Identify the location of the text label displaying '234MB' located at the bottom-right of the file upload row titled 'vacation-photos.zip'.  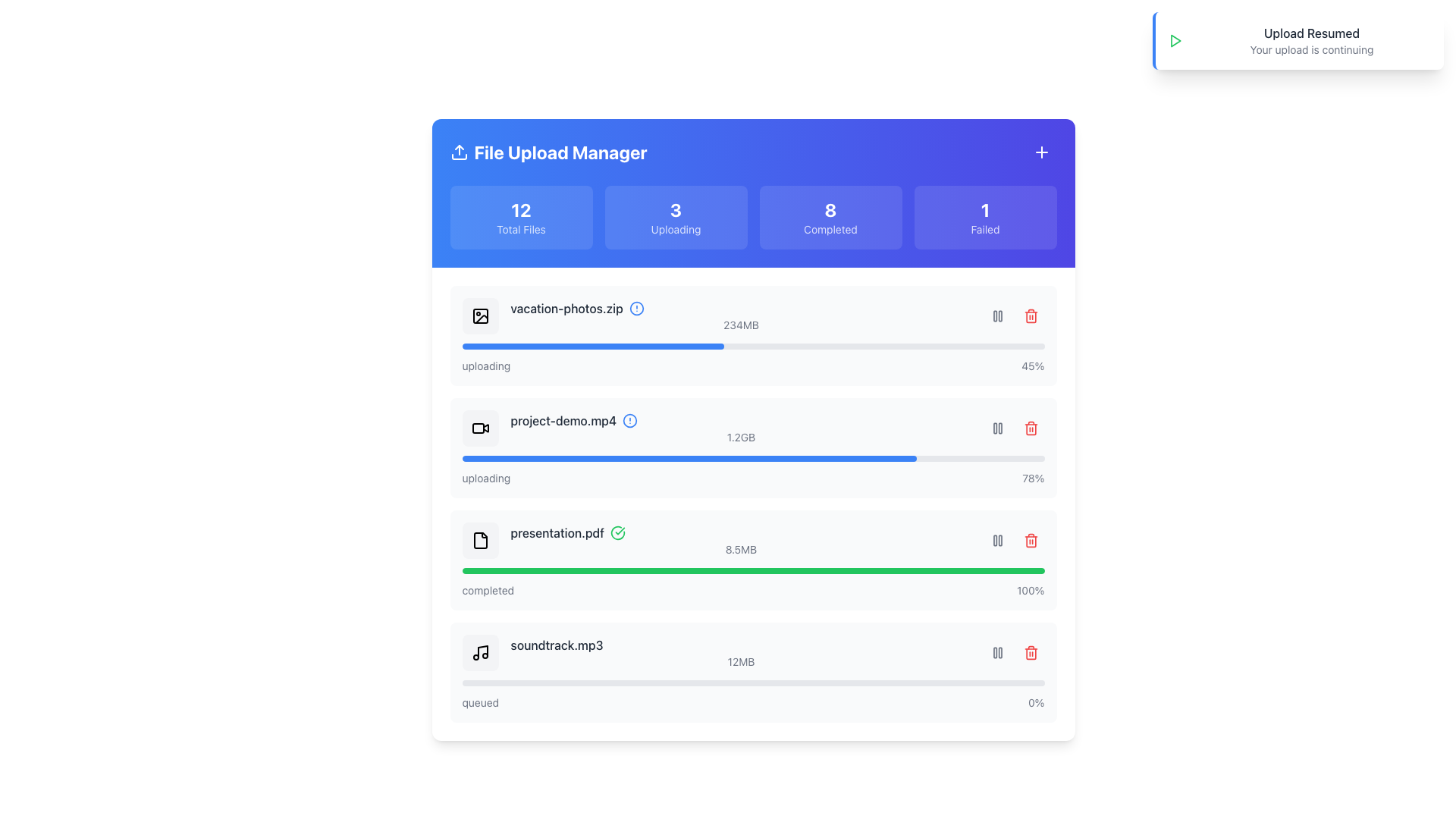
(741, 324).